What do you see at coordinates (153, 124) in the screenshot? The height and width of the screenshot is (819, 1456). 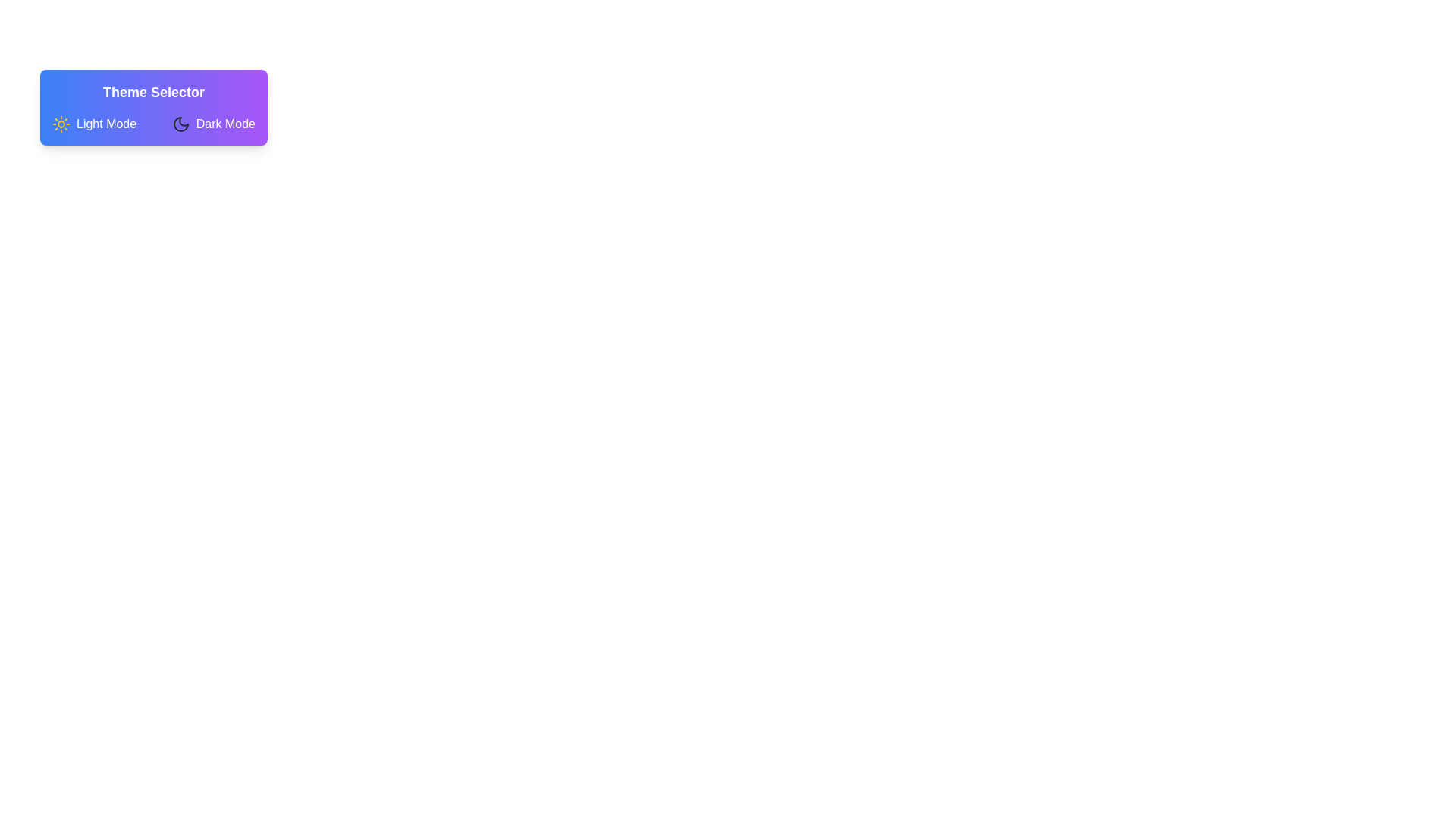 I see `the Combined toggle switch located between the 'Light Mode' and 'Dark Mode' labels to change the theme` at bounding box center [153, 124].